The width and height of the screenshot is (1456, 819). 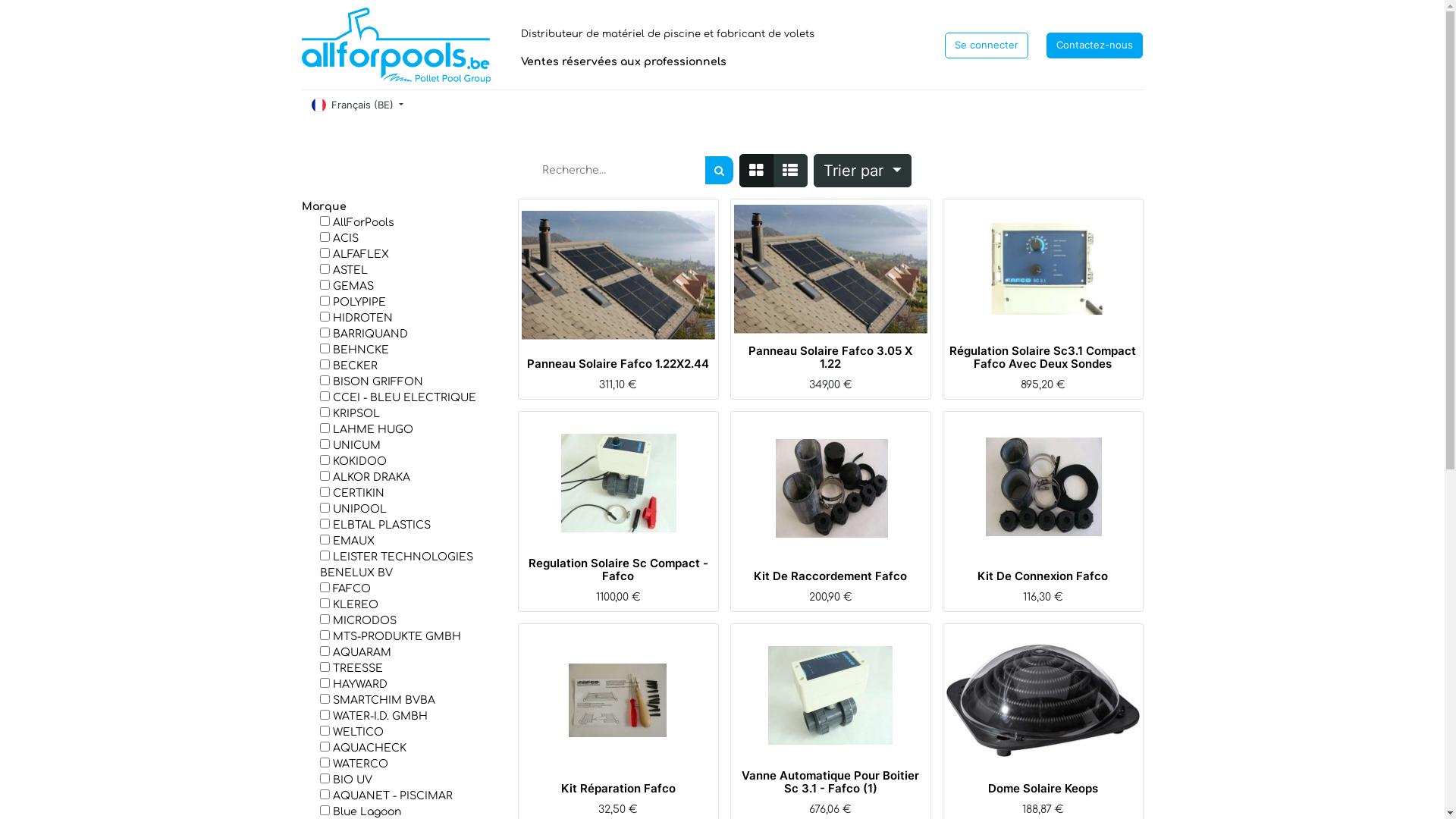 I want to click on 'Se connecter', so click(x=986, y=45).